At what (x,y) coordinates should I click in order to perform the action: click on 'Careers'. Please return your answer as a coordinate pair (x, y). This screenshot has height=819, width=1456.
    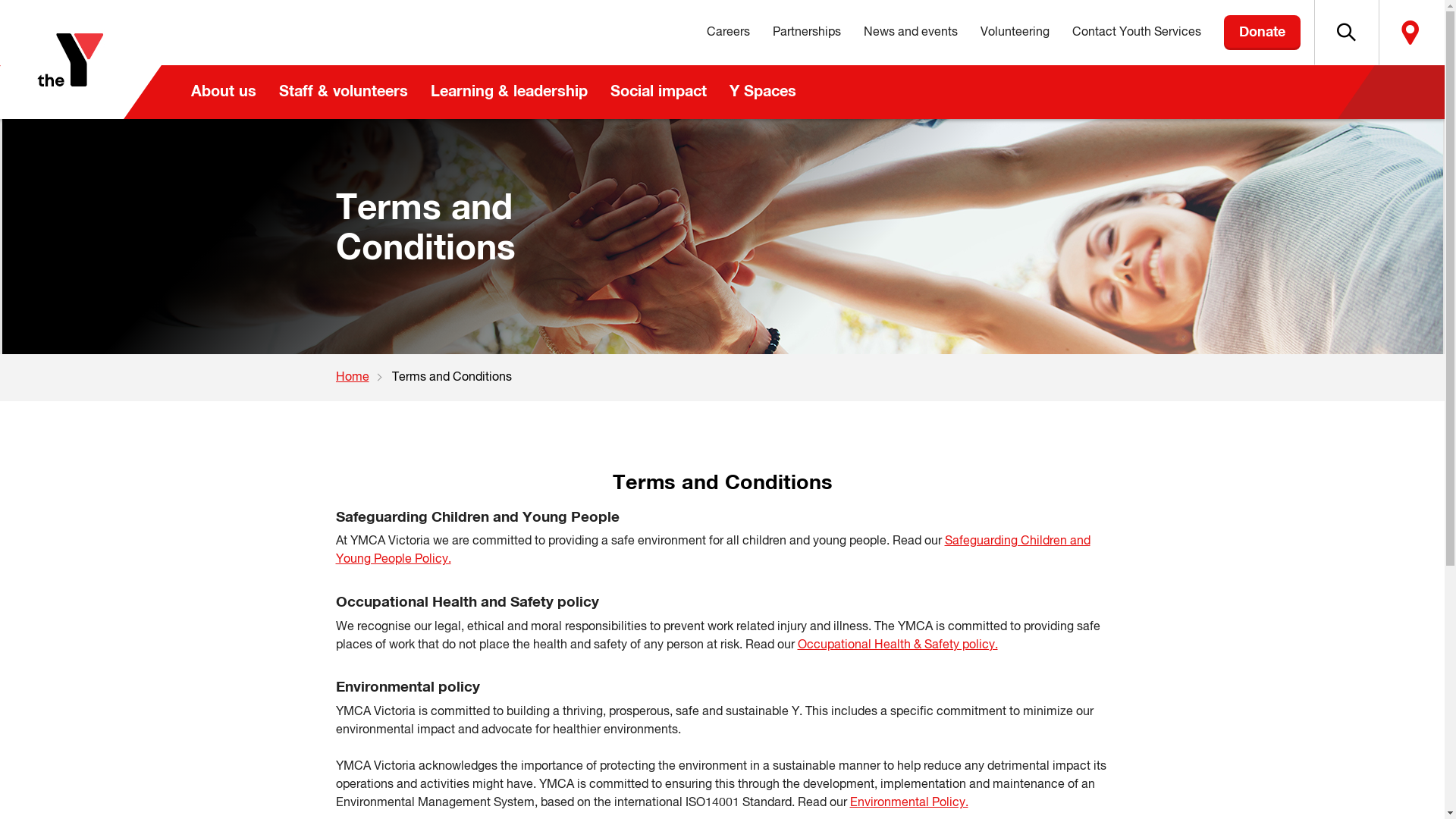
    Looking at the image, I should click on (726, 32).